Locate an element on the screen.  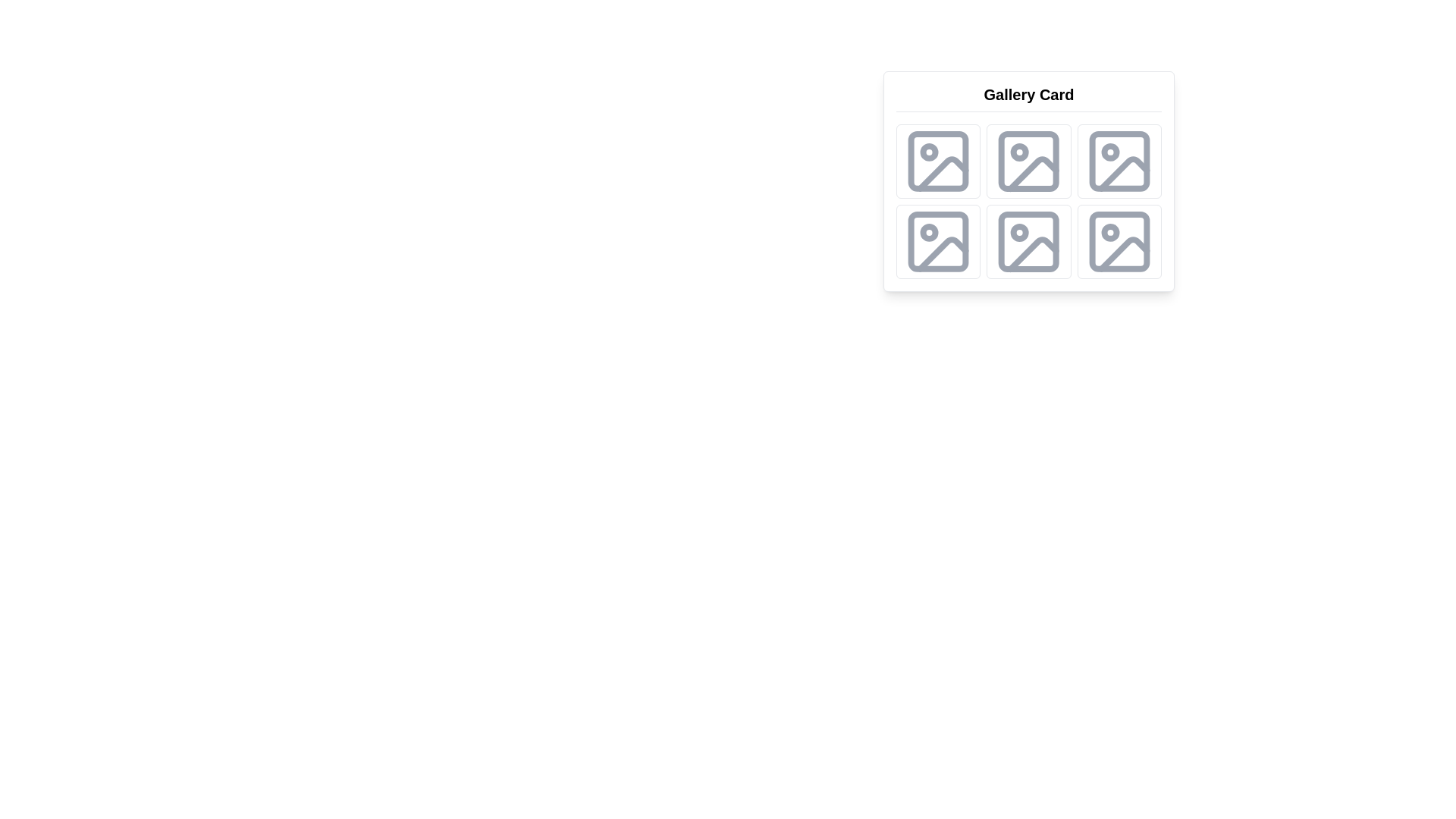
the image thumbnail located in the top-left corner of the 3x3 grid within the 'Gallery Card' is located at coordinates (937, 161).